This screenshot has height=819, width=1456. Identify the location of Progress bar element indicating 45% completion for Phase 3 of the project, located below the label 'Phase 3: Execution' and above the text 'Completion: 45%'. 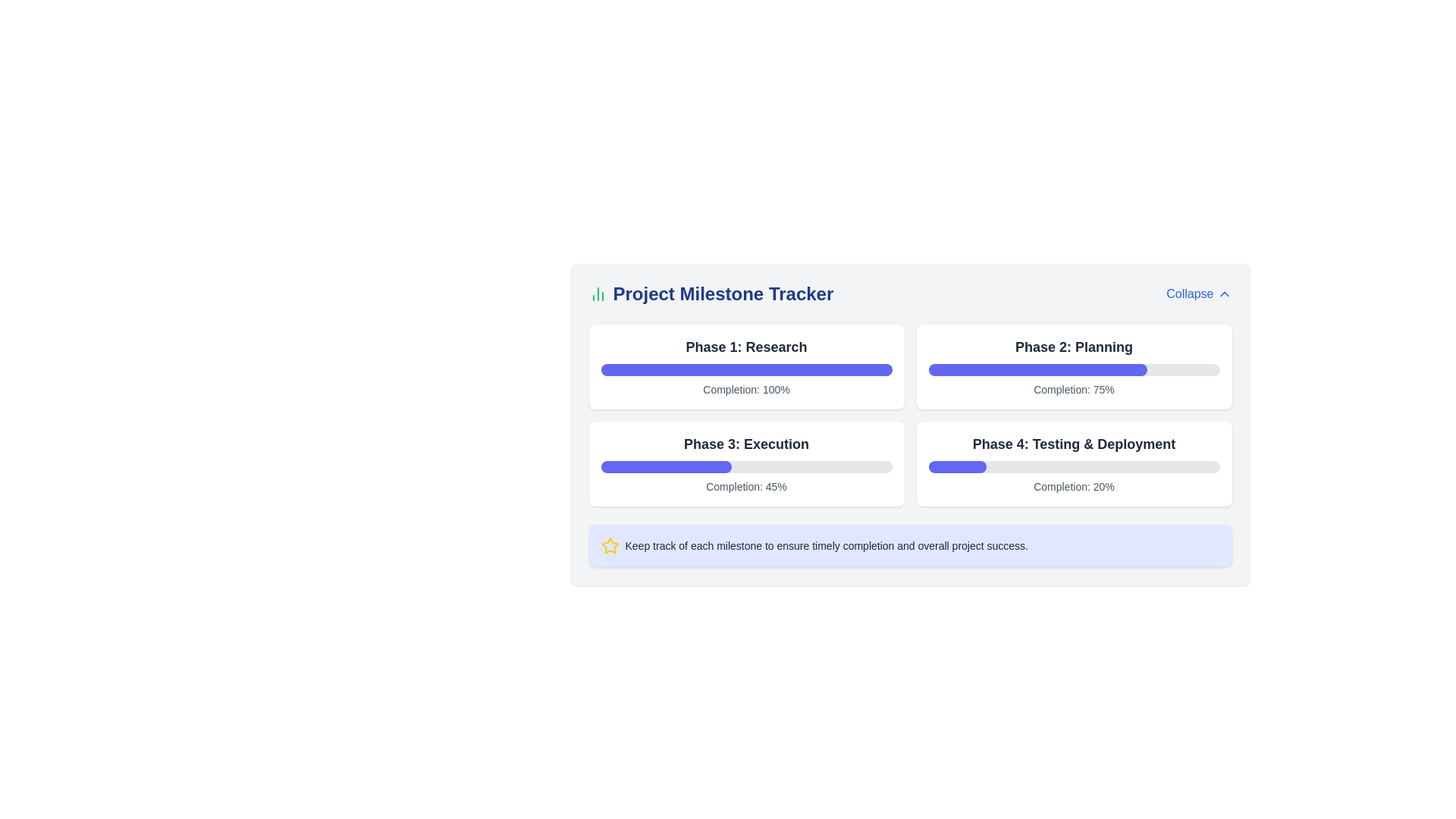
(746, 466).